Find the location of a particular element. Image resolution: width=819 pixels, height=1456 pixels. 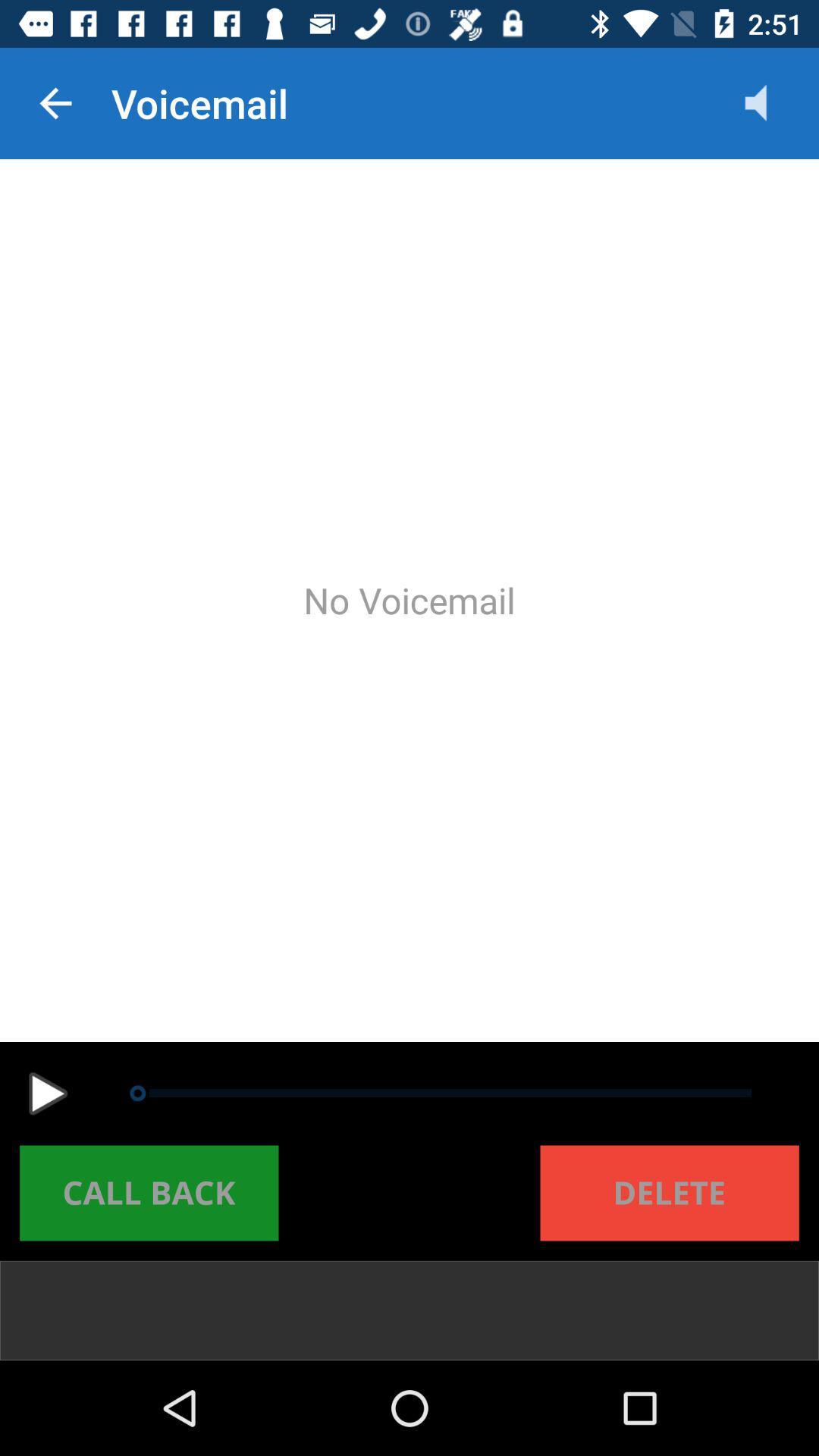

item below no voicemail is located at coordinates (47, 1094).